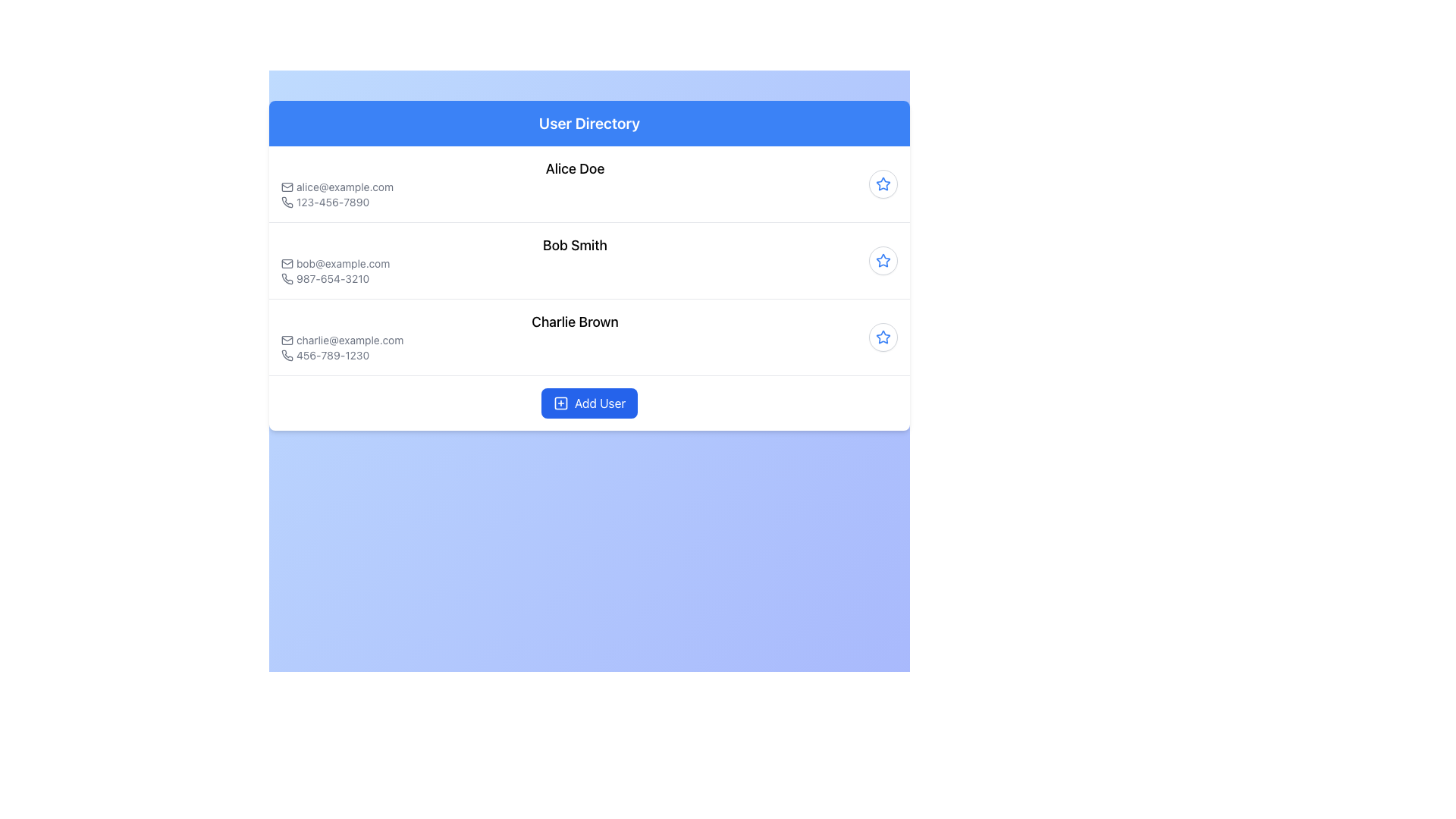 The height and width of the screenshot is (819, 1456). I want to click on the Text display header displaying 'Alice Doe', which is the main identifying header for the user's profile information, so click(574, 169).